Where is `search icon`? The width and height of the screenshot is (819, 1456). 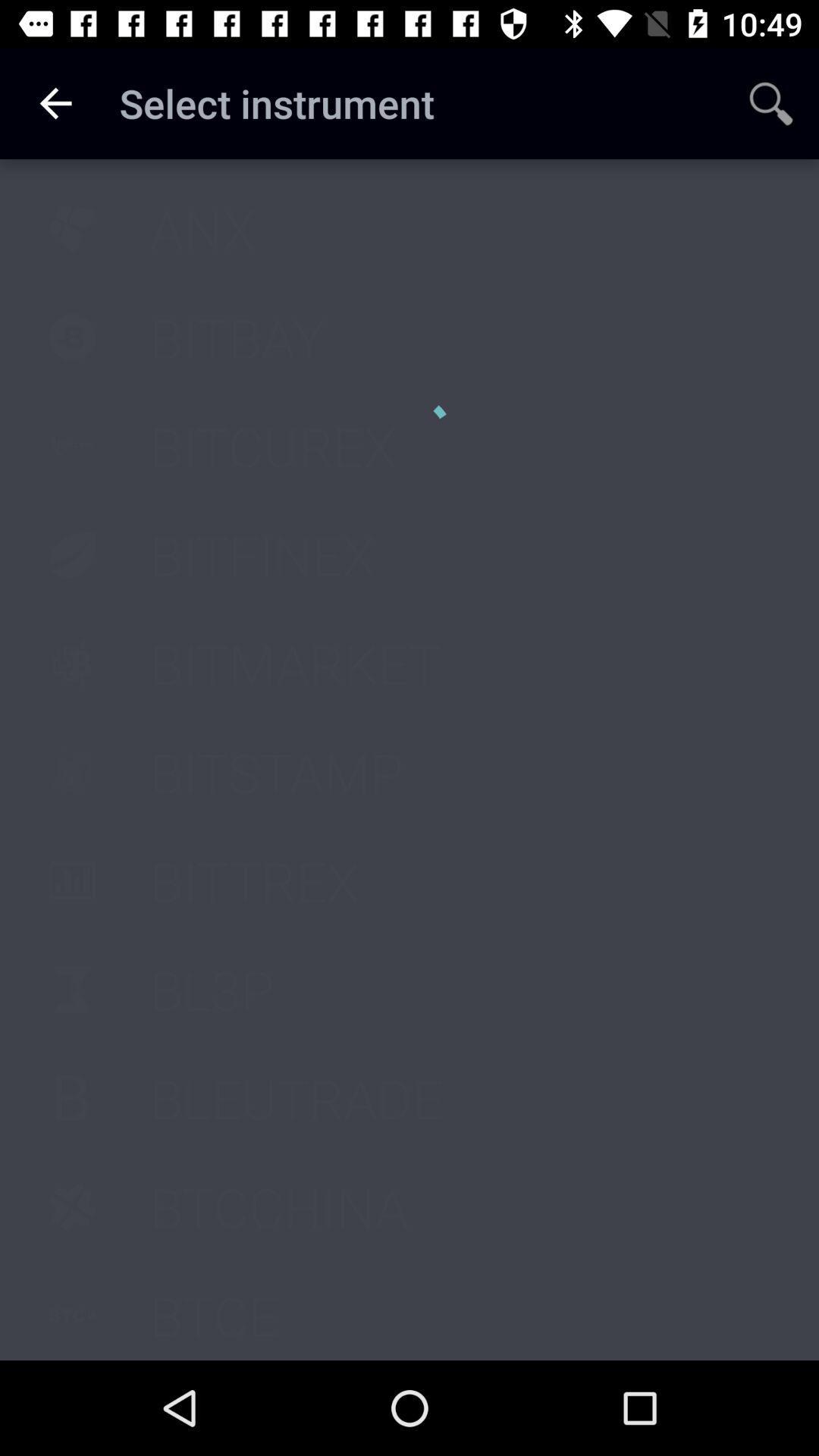 search icon is located at coordinates (771, 103).